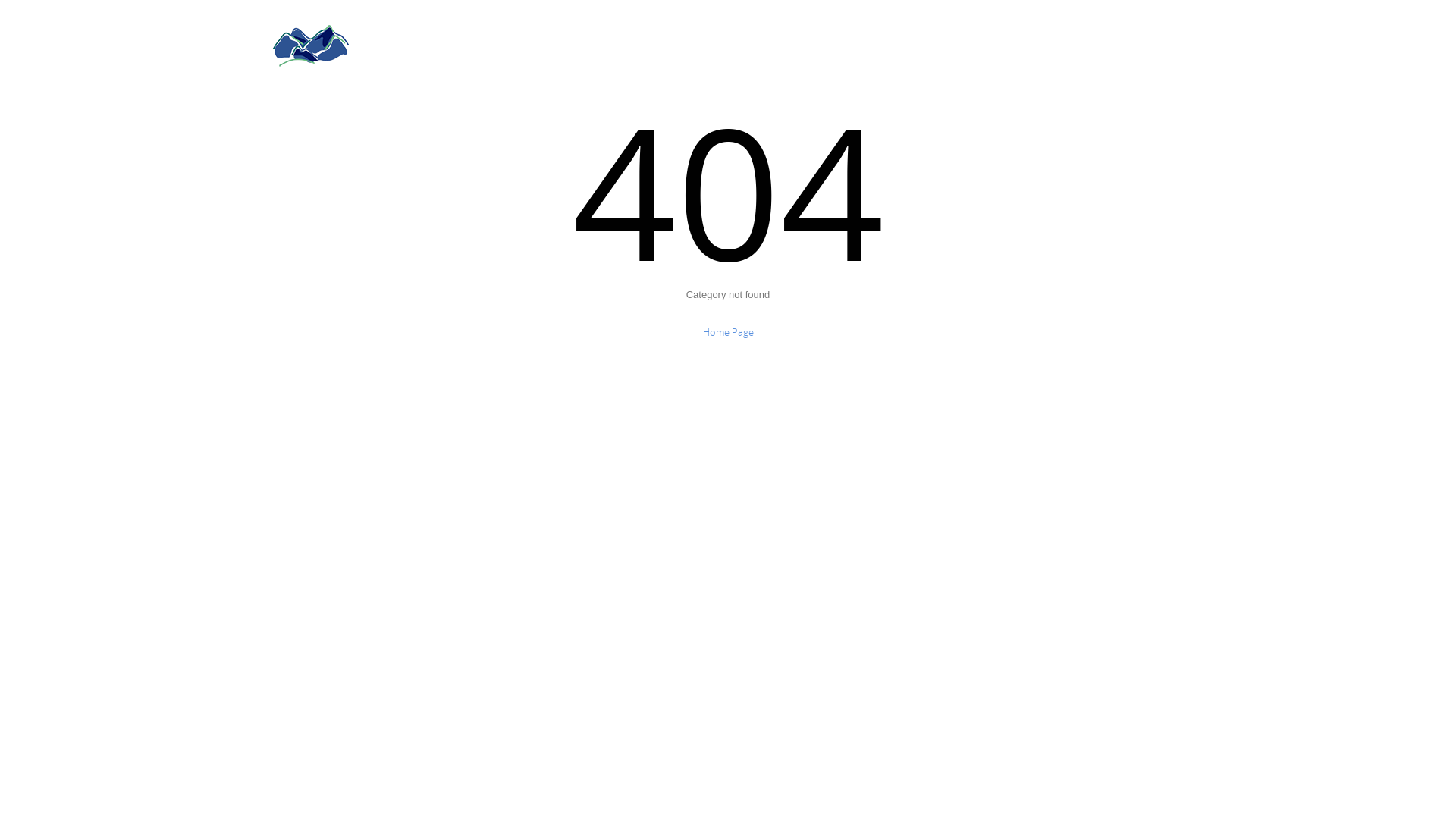  Describe the element at coordinates (726, 331) in the screenshot. I see `'Home Page'` at that location.